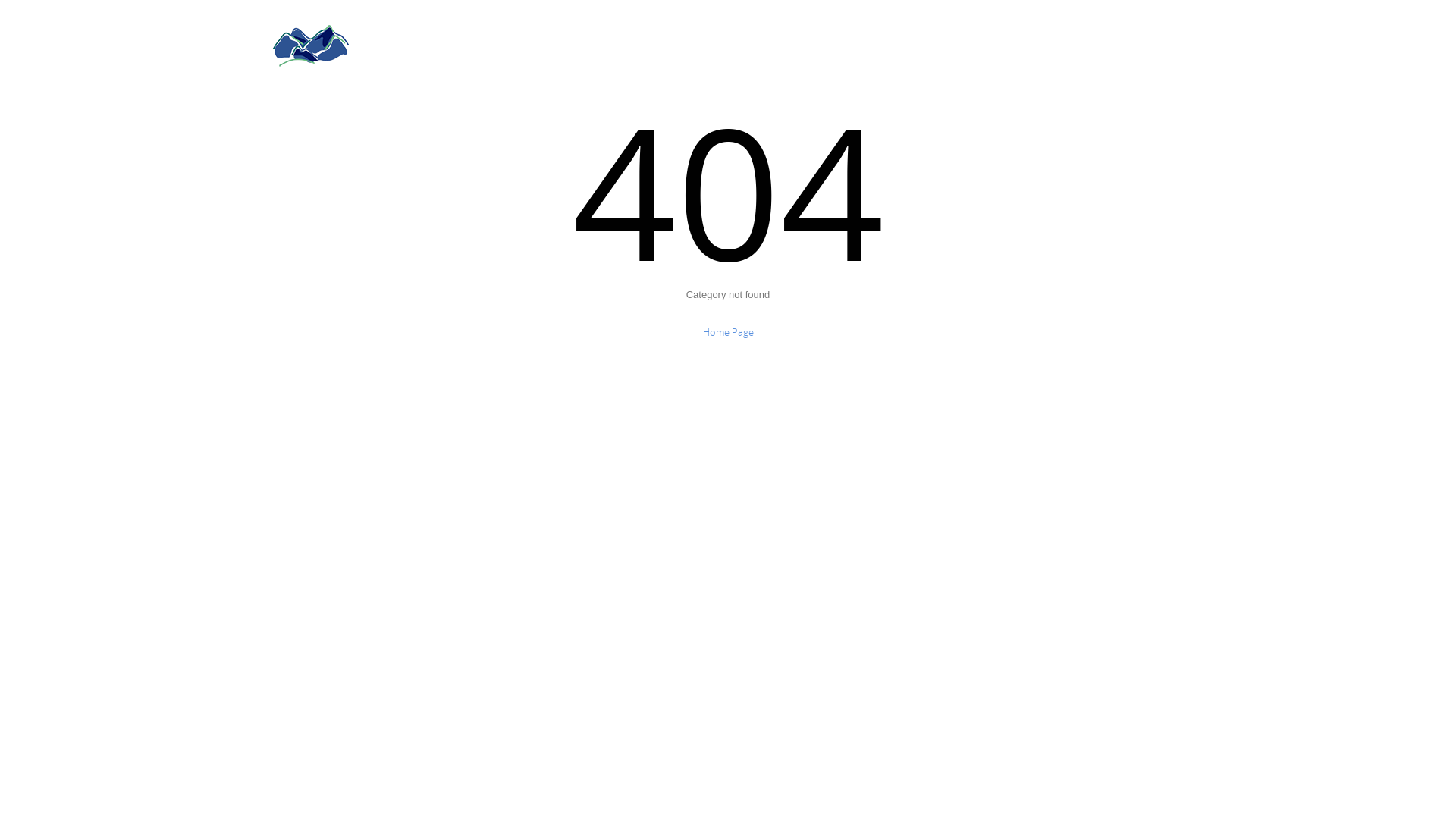  Describe the element at coordinates (726, 331) in the screenshot. I see `'Home Page'` at that location.